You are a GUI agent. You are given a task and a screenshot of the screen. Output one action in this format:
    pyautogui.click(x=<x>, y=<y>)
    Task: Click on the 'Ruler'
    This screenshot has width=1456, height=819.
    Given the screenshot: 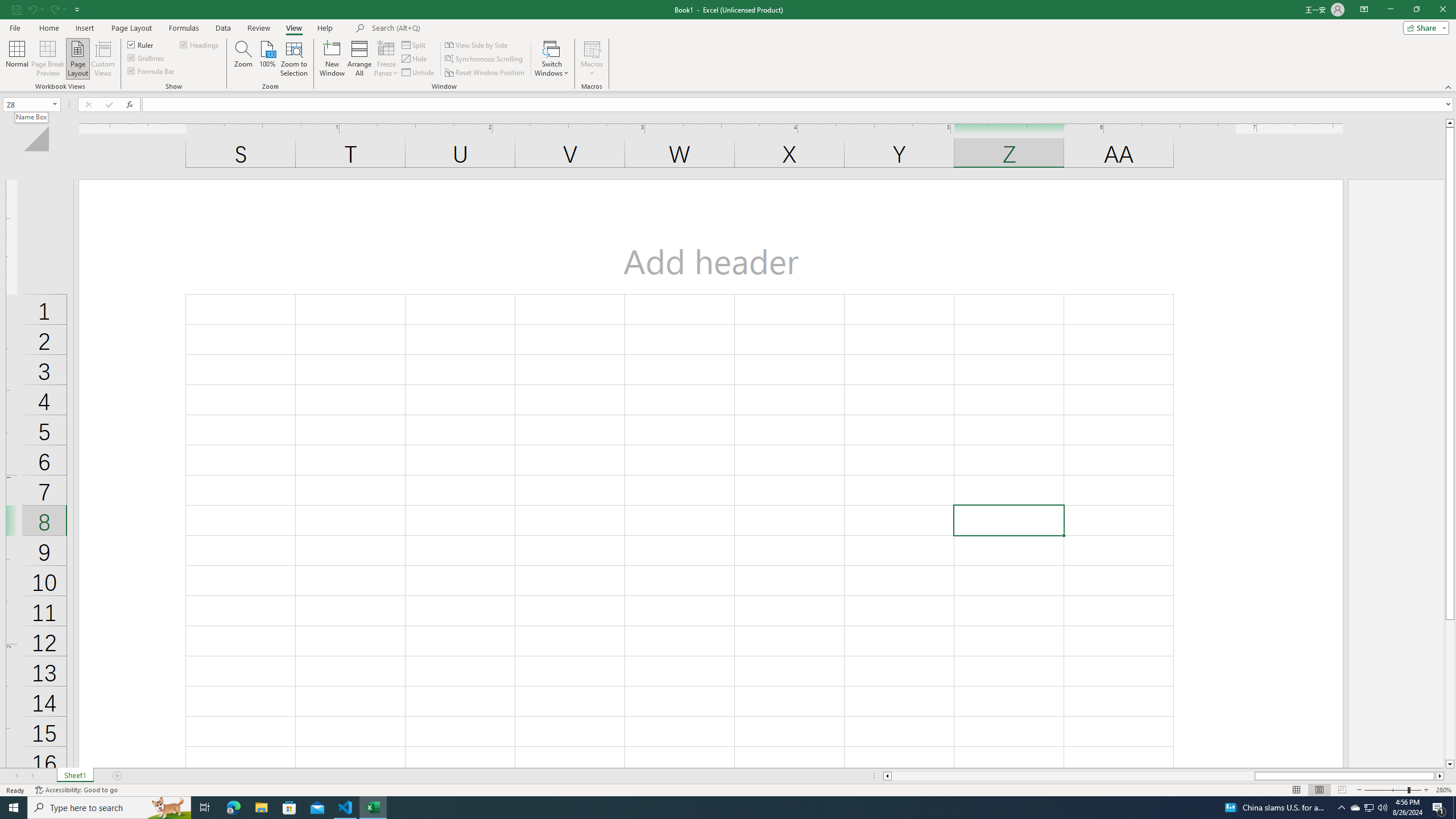 What is the action you would take?
    pyautogui.click(x=141, y=44)
    